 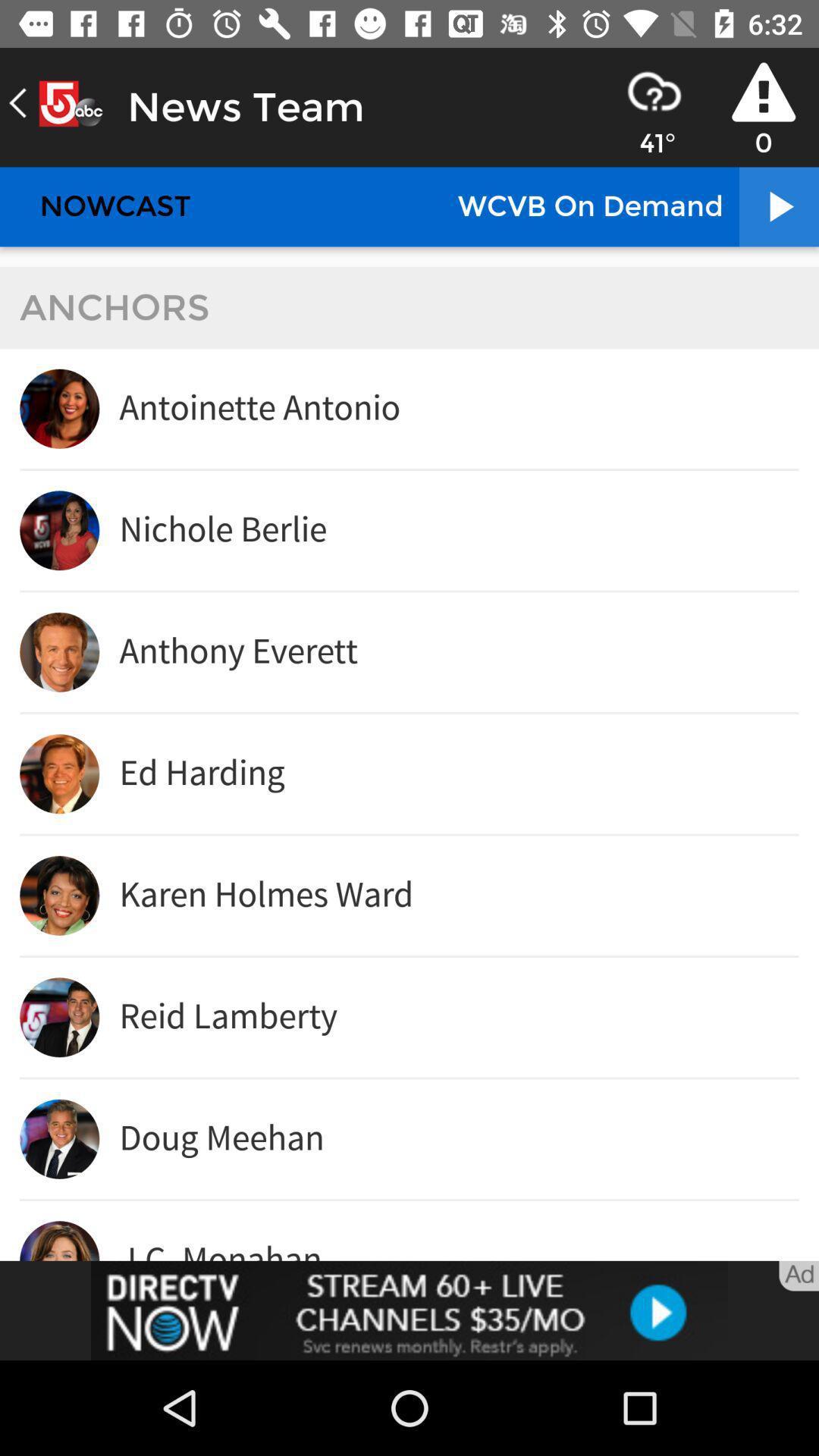 What do you see at coordinates (409, 1310) in the screenshot?
I see `advertisement` at bounding box center [409, 1310].